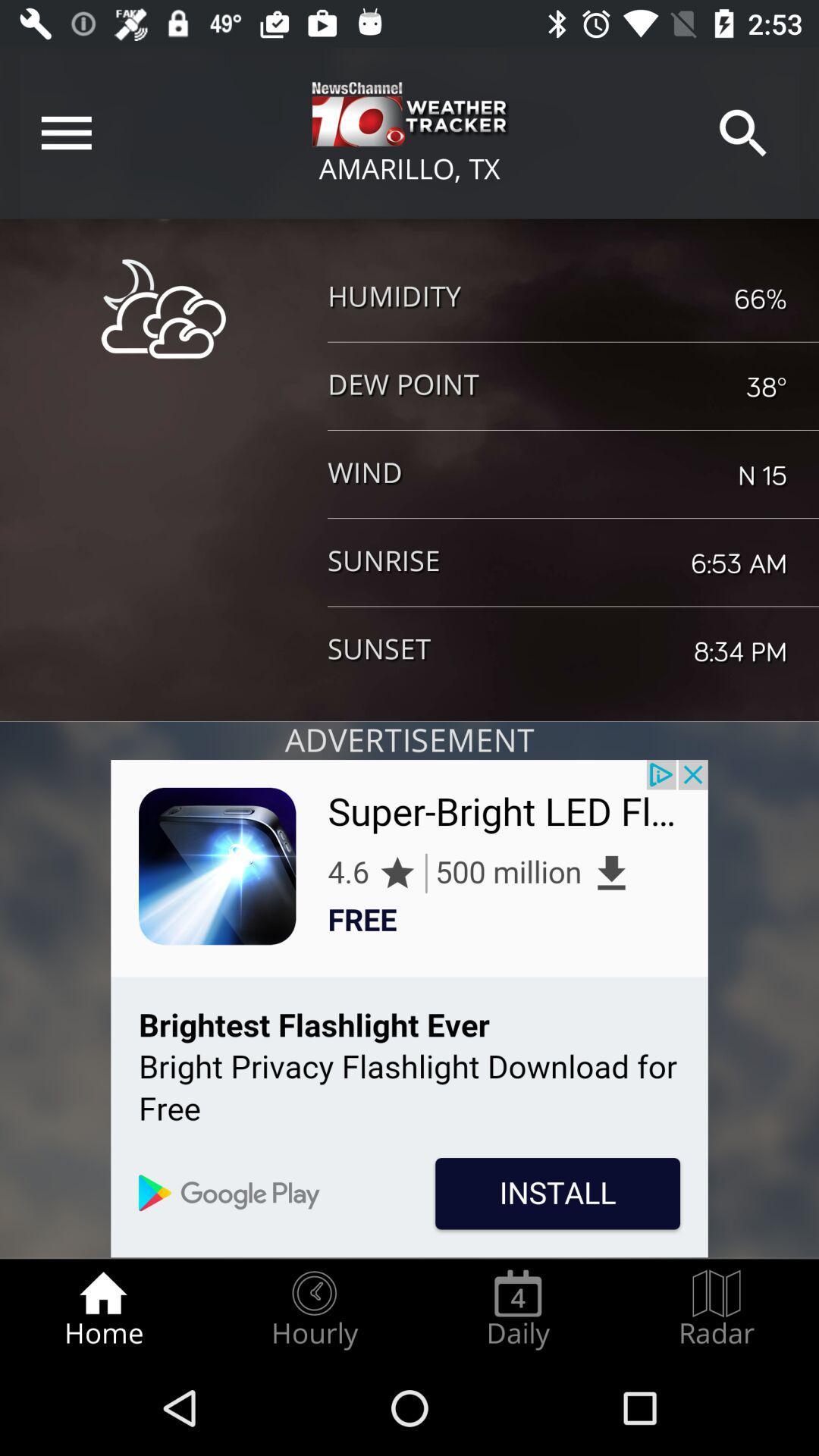  I want to click on the daily icon, so click(517, 1309).